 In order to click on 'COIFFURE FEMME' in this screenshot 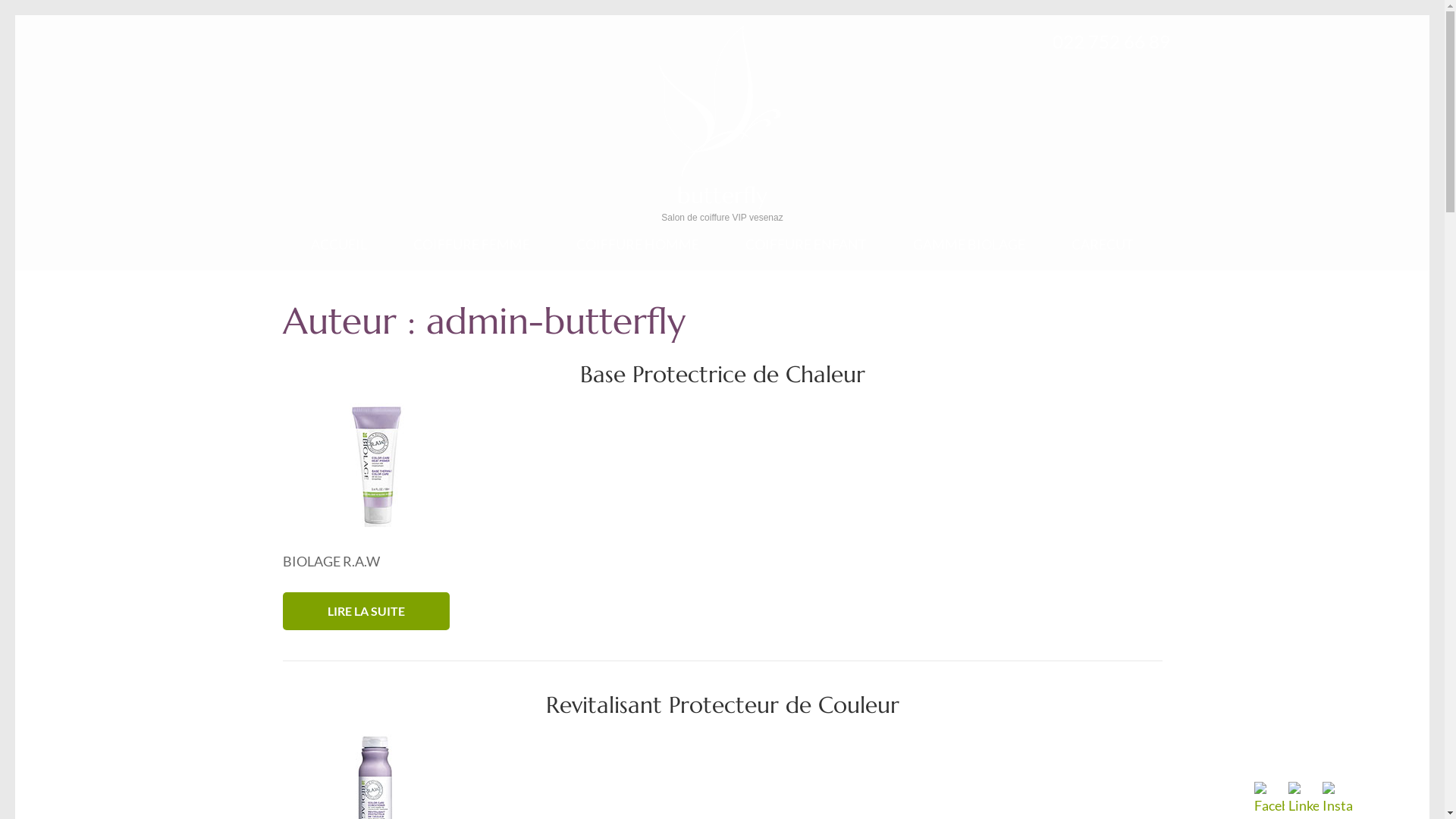, I will do `click(471, 253)`.